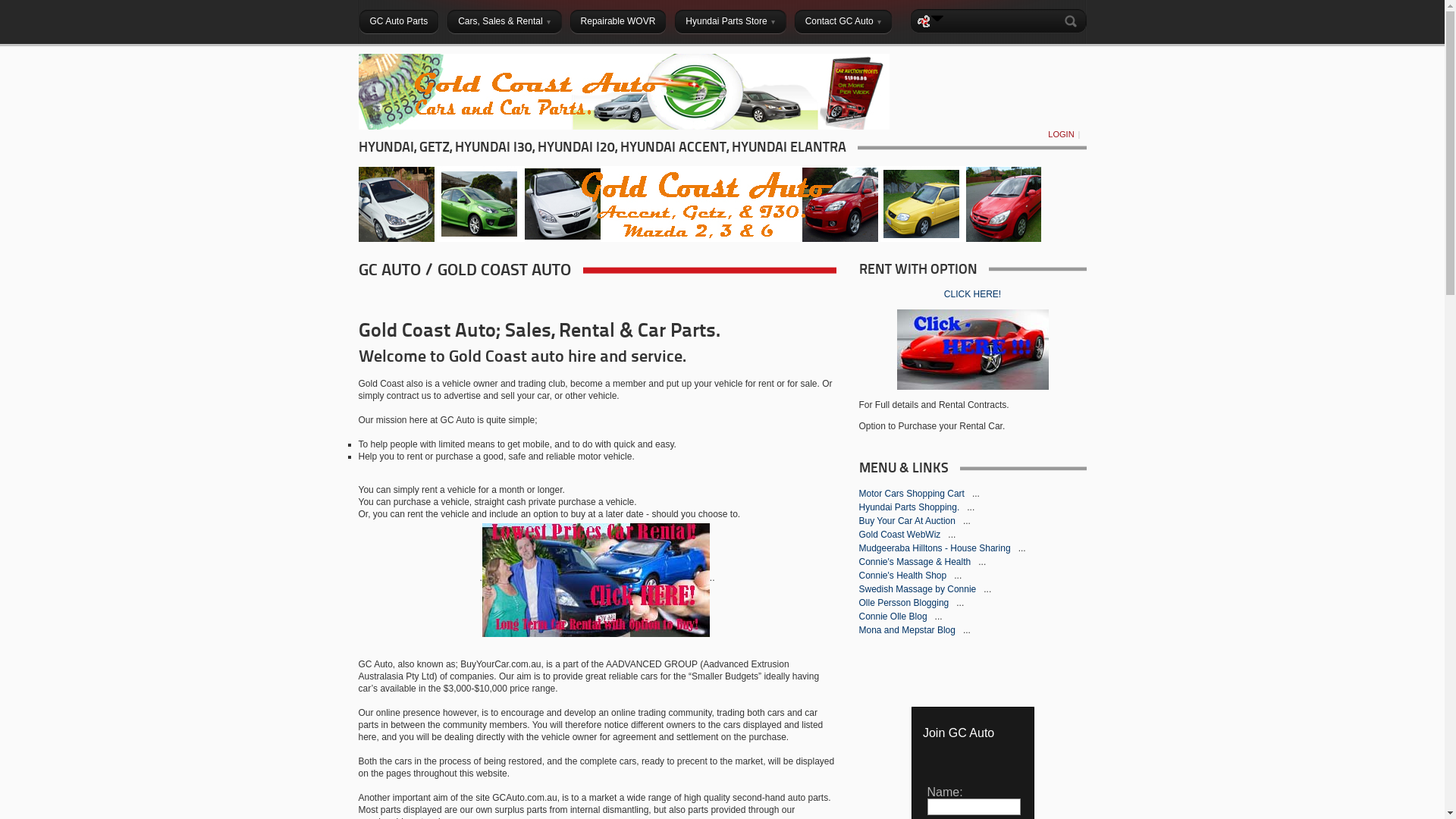 This screenshot has height=819, width=1456. What do you see at coordinates (917, 588) in the screenshot?
I see `'Swedish Massage by Connie'` at bounding box center [917, 588].